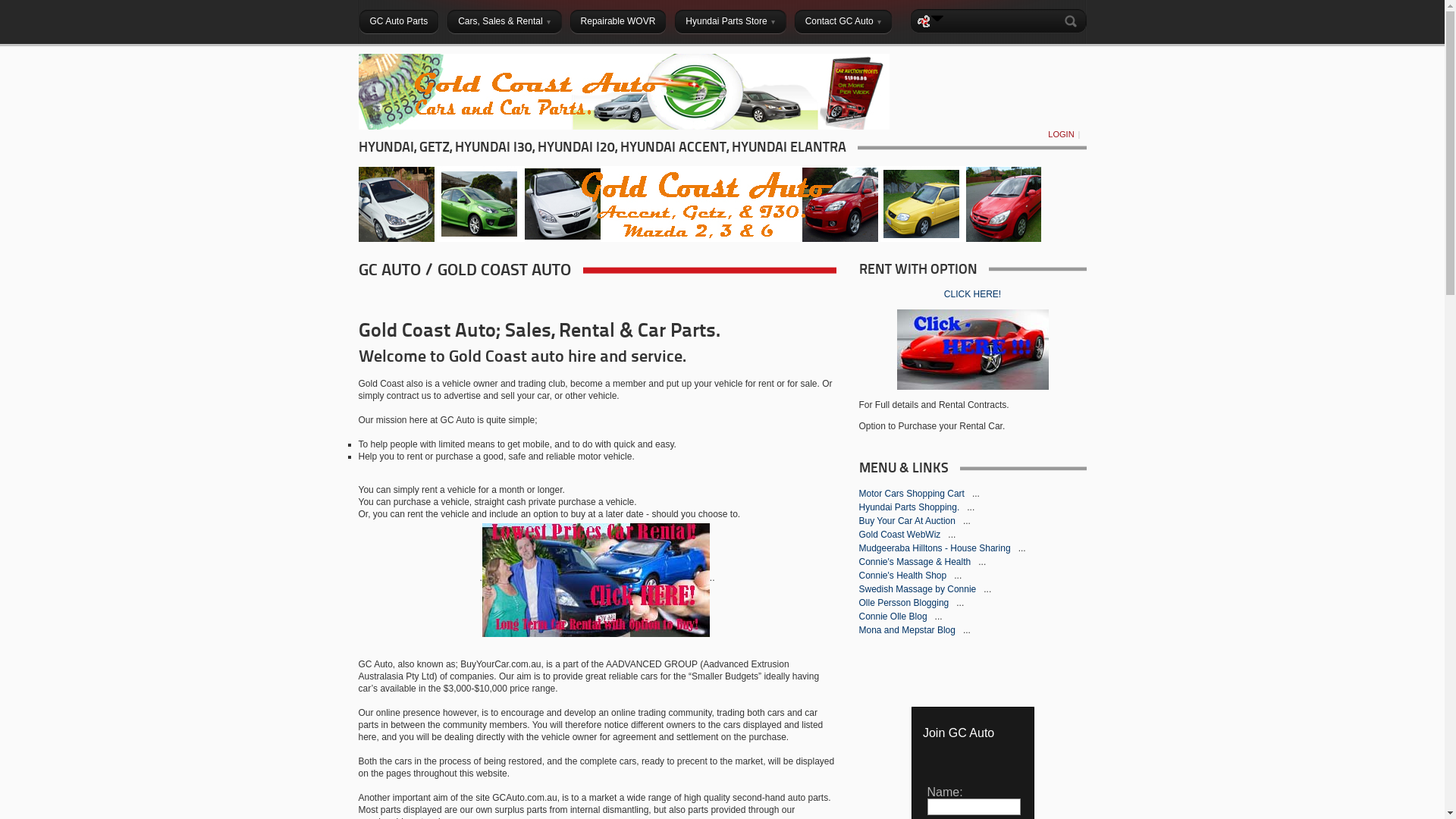 This screenshot has height=819, width=1456. What do you see at coordinates (917, 588) in the screenshot?
I see `'Swedish Massage by Connie'` at bounding box center [917, 588].